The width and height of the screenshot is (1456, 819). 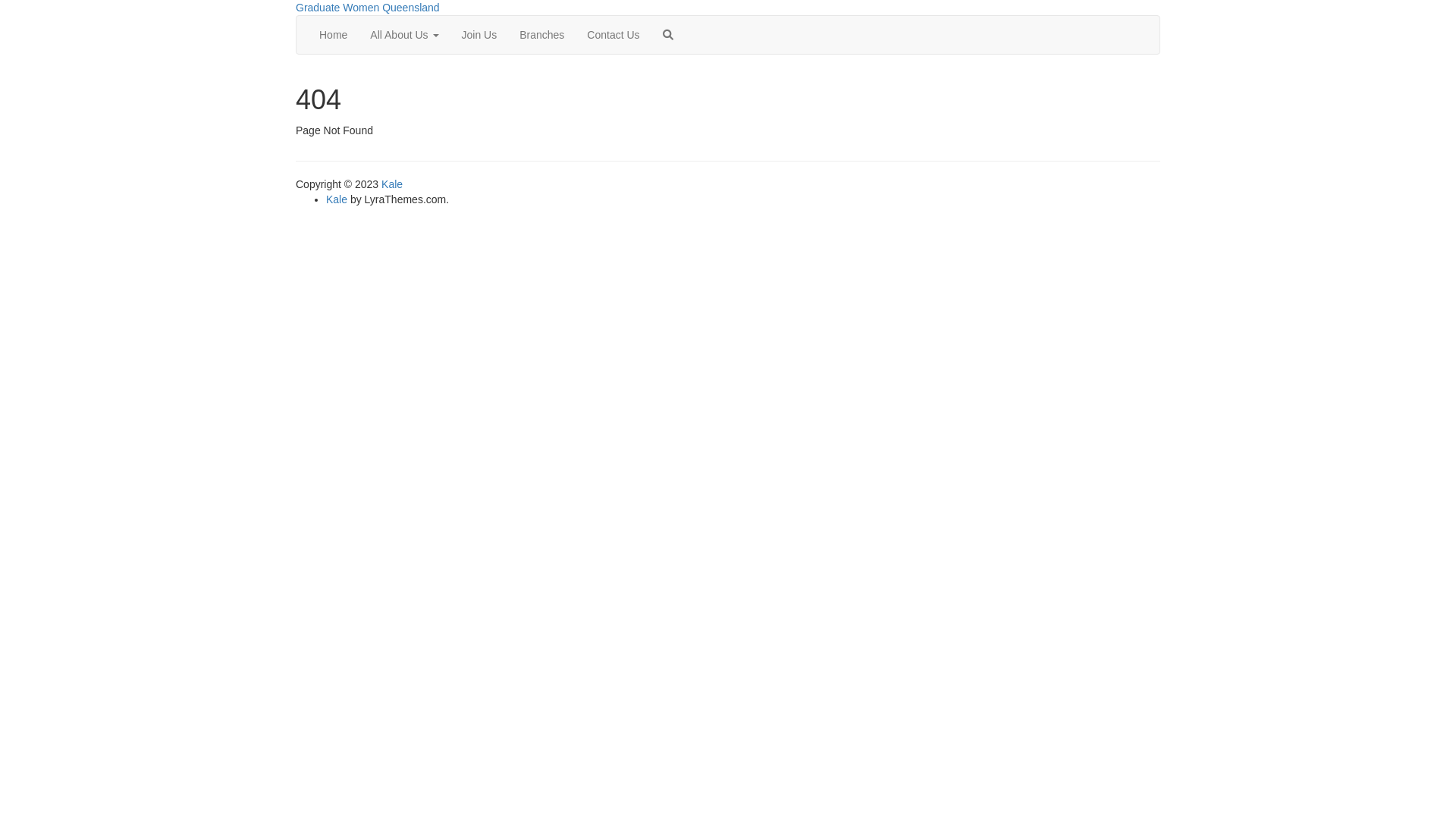 I want to click on 'Contact Us', so click(x=613, y=34).